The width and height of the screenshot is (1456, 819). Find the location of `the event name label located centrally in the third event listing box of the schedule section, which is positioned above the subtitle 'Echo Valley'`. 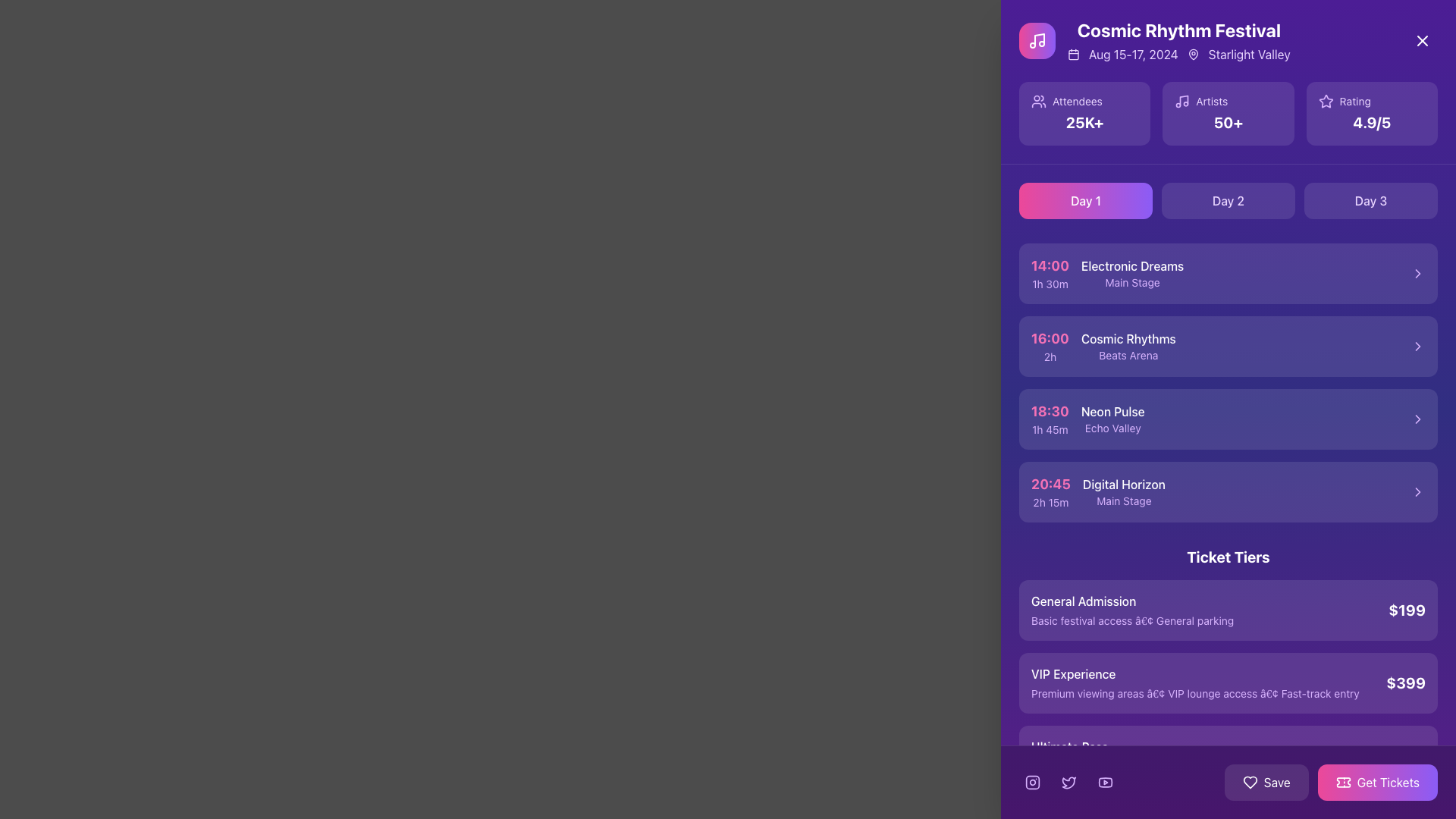

the event name label located centrally in the third event listing box of the schedule section, which is positioned above the subtitle 'Echo Valley' is located at coordinates (1112, 412).